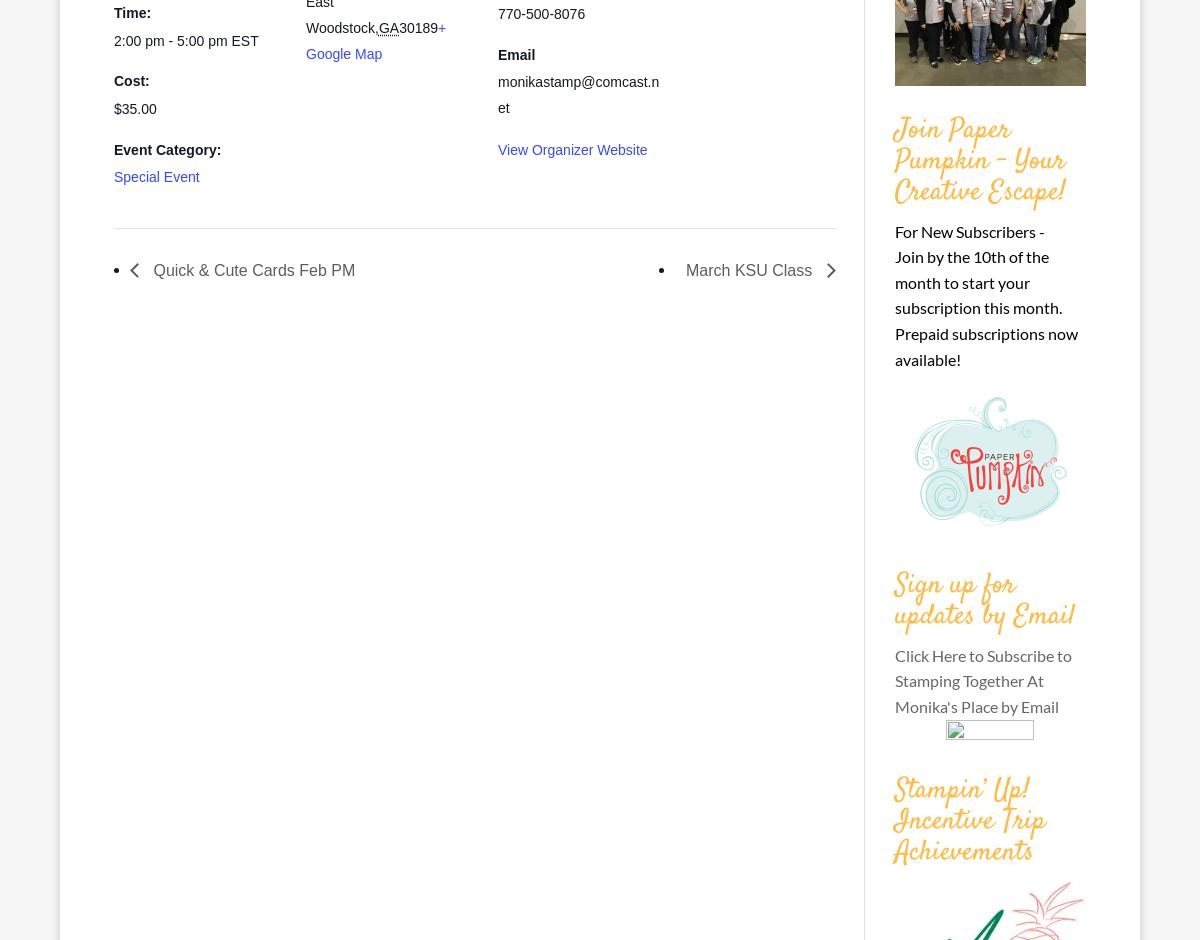  What do you see at coordinates (982, 678) in the screenshot?
I see `'Click Here to Subscribe to Stamping Together At Monika's Place by Email'` at bounding box center [982, 678].